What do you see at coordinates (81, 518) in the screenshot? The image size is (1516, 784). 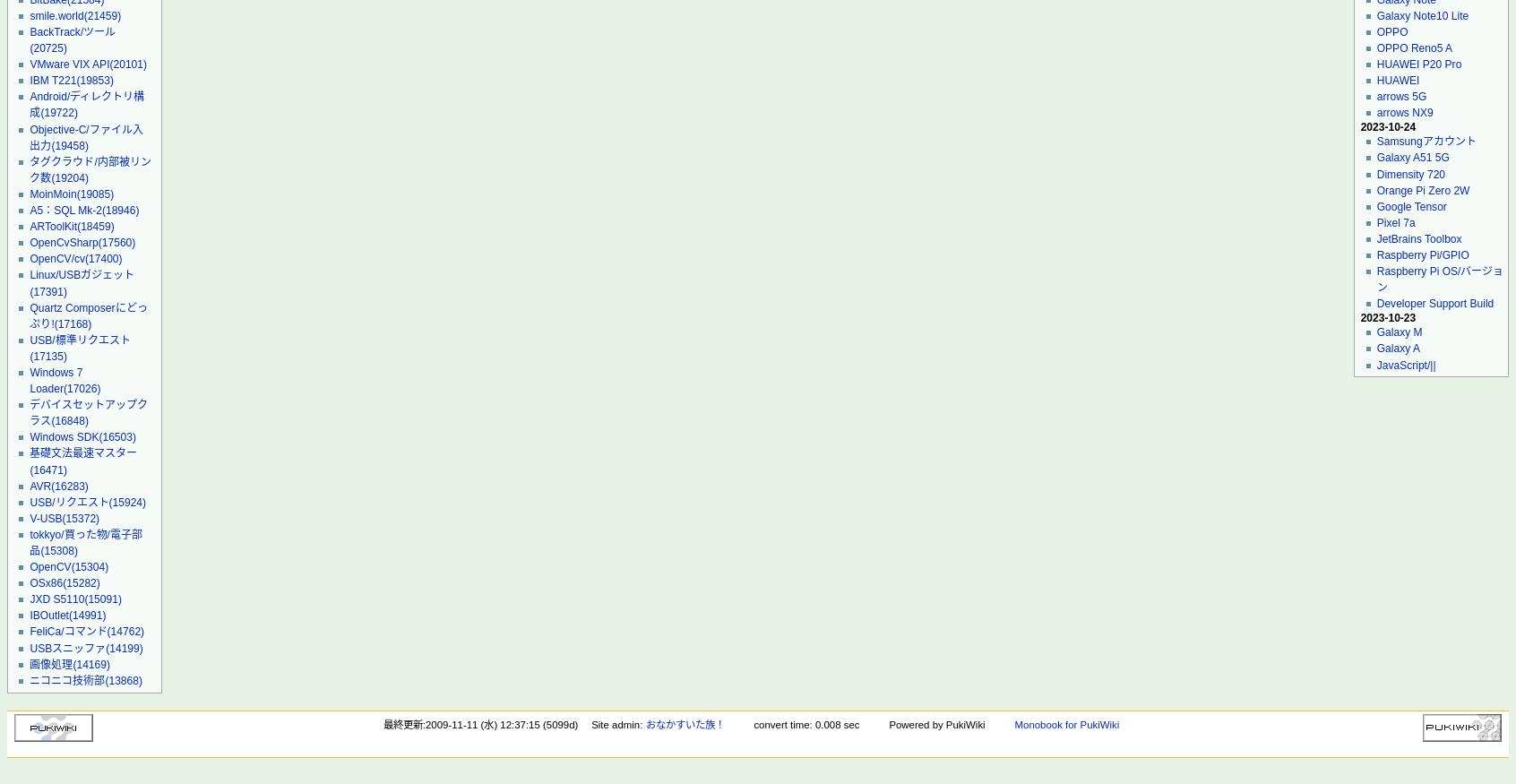 I see `'(15372)'` at bounding box center [81, 518].